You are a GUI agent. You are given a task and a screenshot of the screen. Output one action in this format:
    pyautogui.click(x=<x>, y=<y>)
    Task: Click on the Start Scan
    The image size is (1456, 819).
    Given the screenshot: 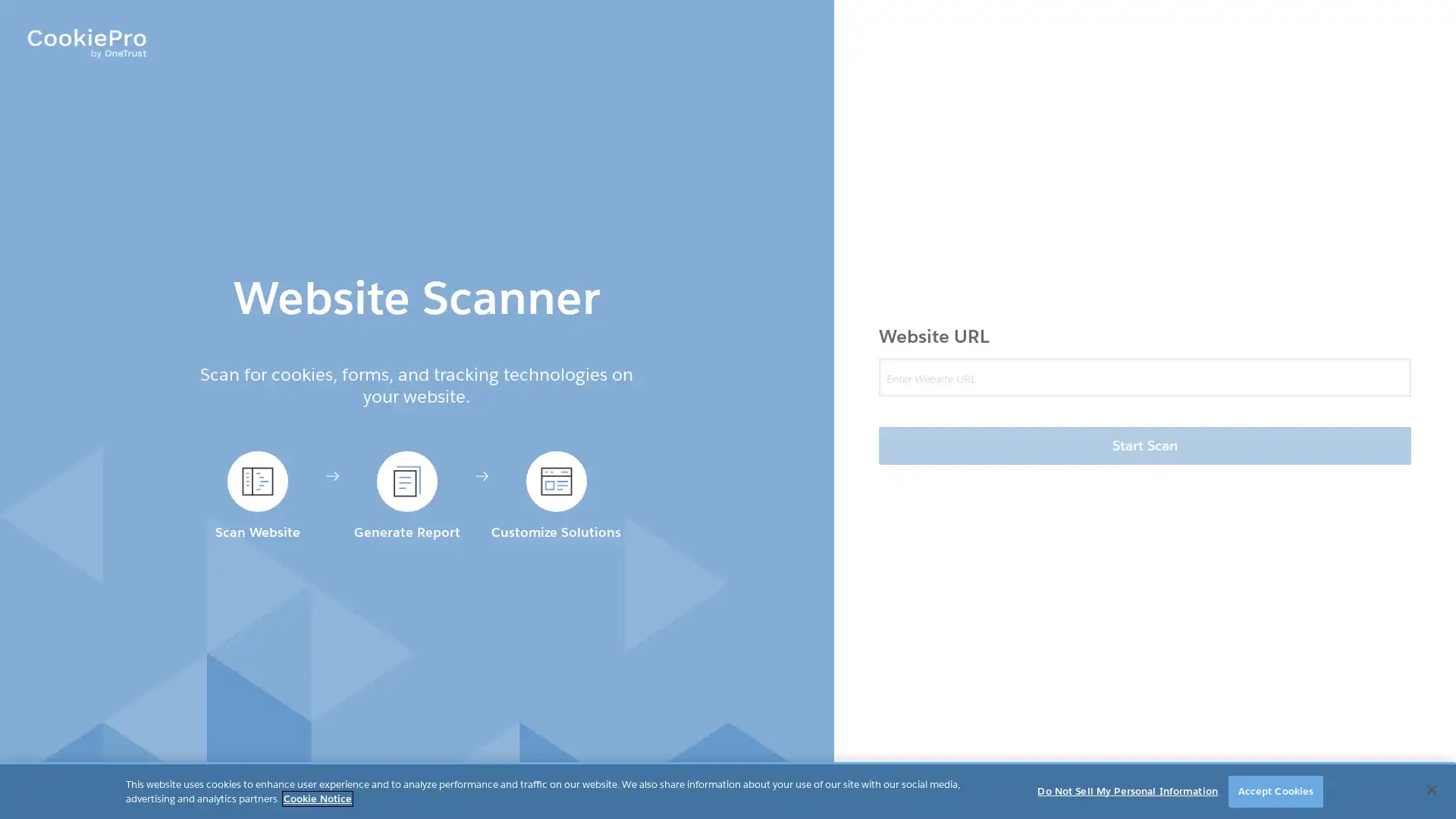 What is the action you would take?
    pyautogui.click(x=1144, y=444)
    